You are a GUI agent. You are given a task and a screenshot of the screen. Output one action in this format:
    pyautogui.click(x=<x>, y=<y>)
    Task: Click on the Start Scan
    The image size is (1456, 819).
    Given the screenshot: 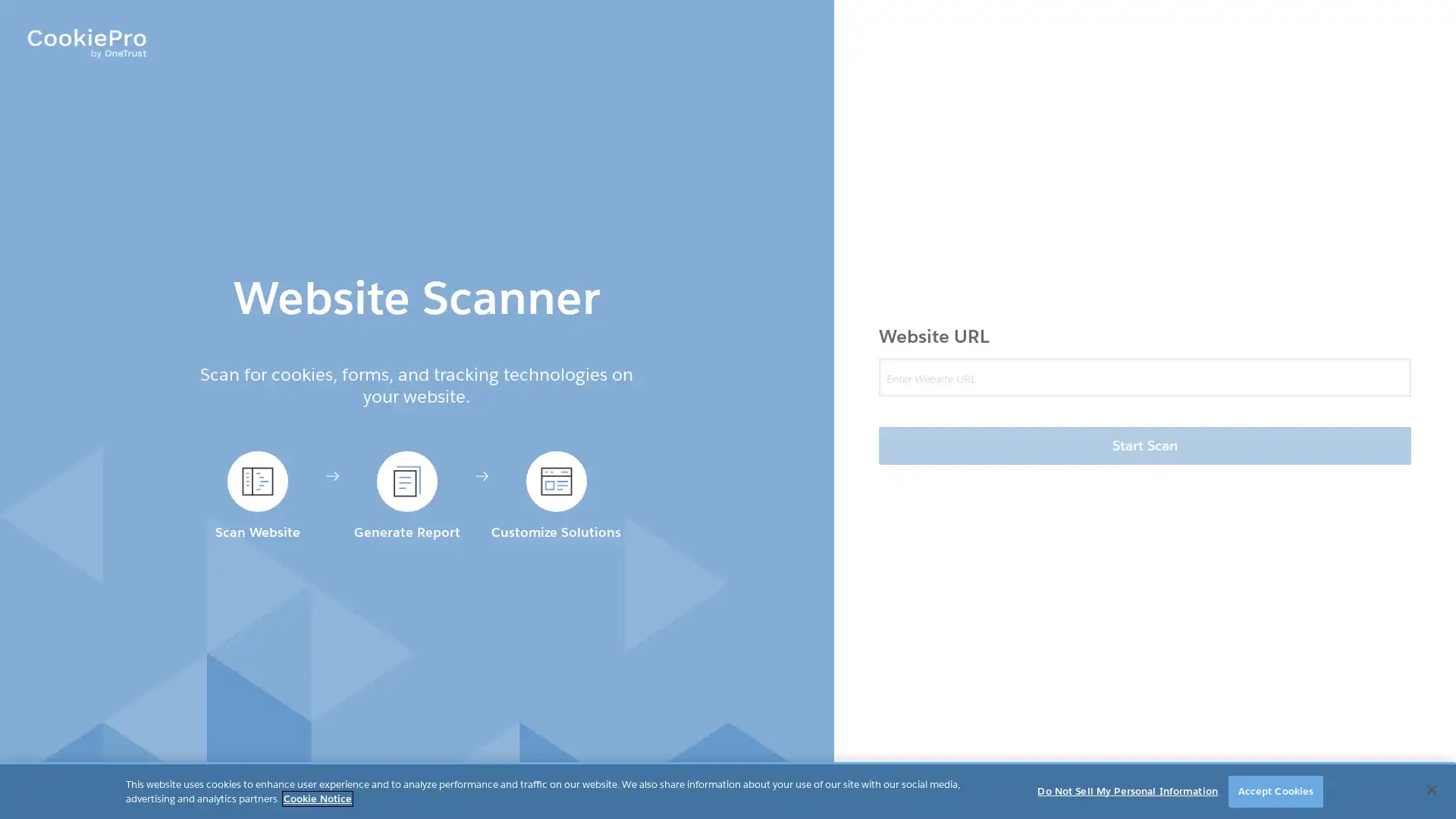 What is the action you would take?
    pyautogui.click(x=1144, y=444)
    